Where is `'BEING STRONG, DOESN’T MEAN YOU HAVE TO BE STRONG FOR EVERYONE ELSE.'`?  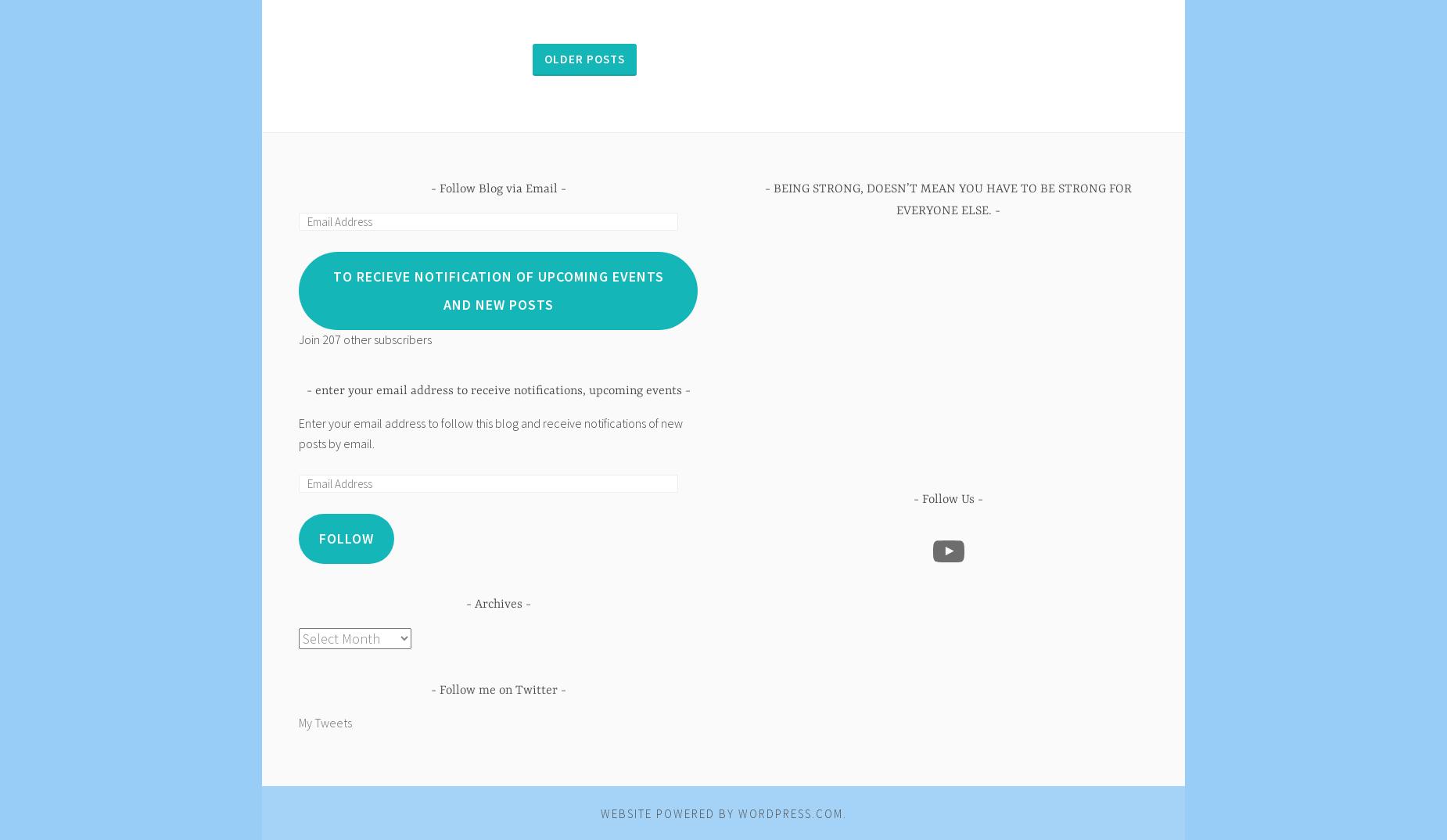
'BEING STRONG, DOESN’T MEAN YOU HAVE TO BE STRONG FOR EVERYONE ELSE.' is located at coordinates (952, 199).